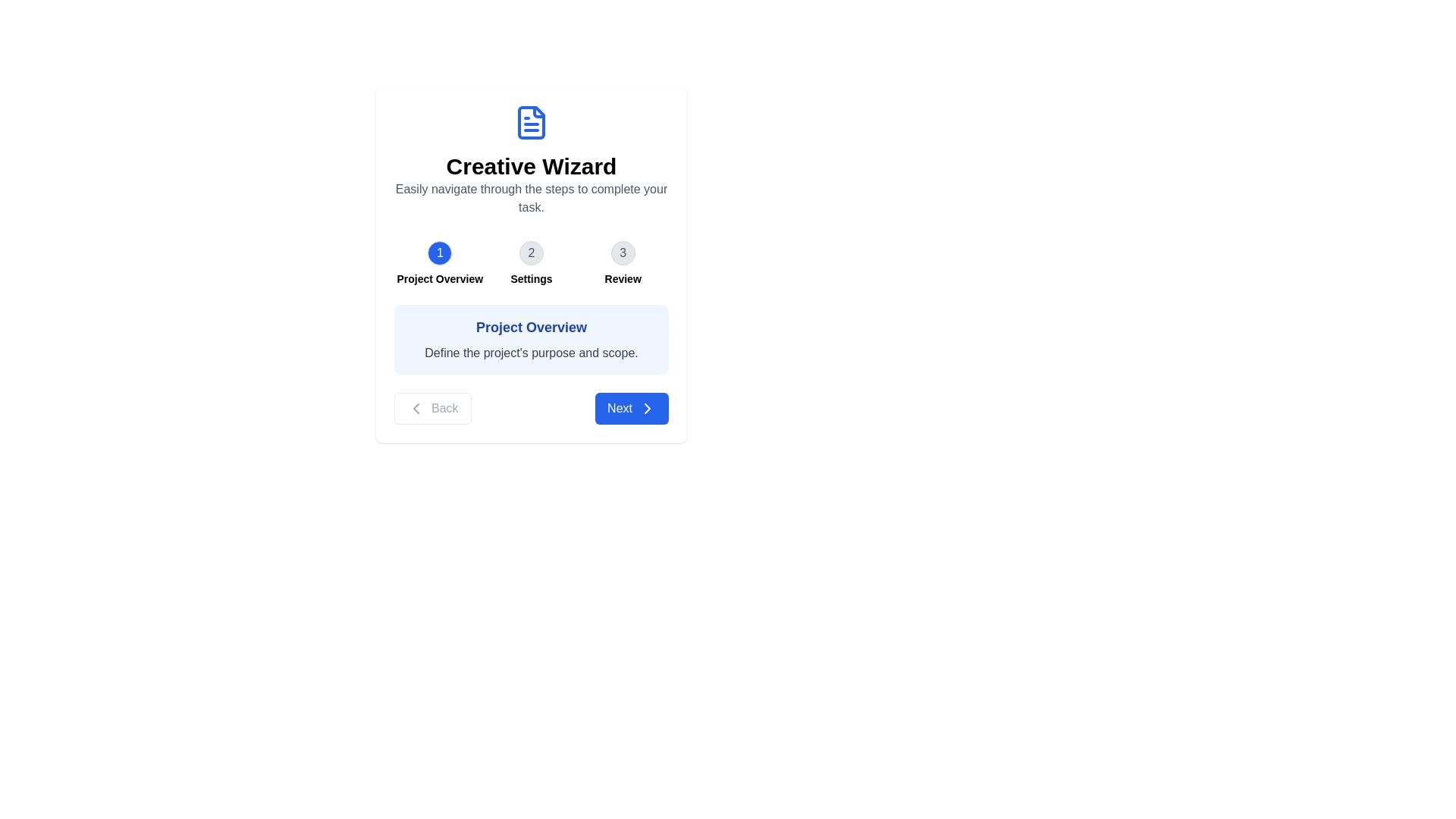 The image size is (1456, 819). I want to click on the 'Back' button located at the bottom left of the 'Creative Wizard' interface, so click(431, 408).